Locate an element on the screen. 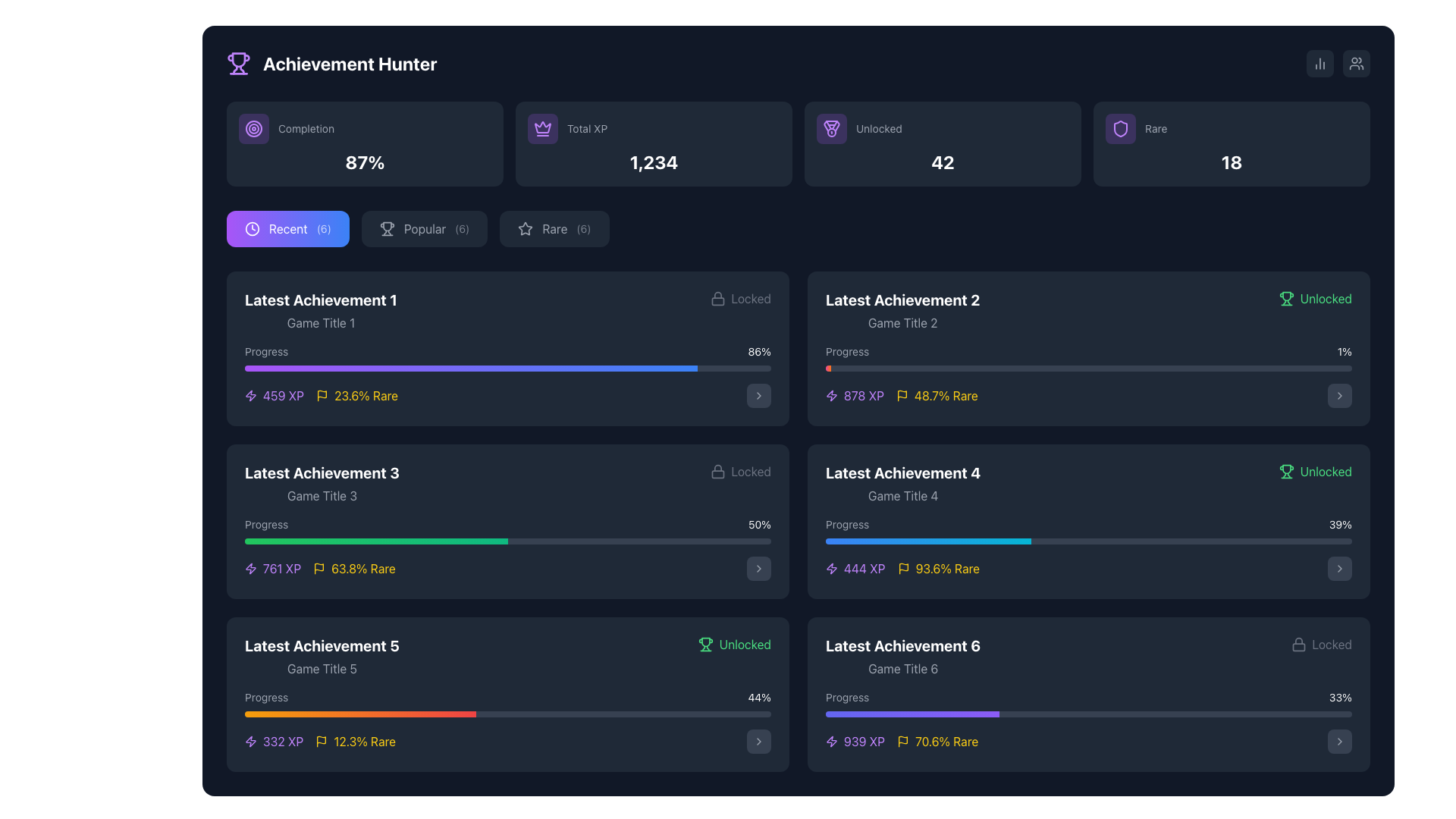 The height and width of the screenshot is (819, 1456). the rarity flag icon located in the 'Latest Achievement 5' section, next to the XP value and before the rarity percentage is located at coordinates (321, 739).